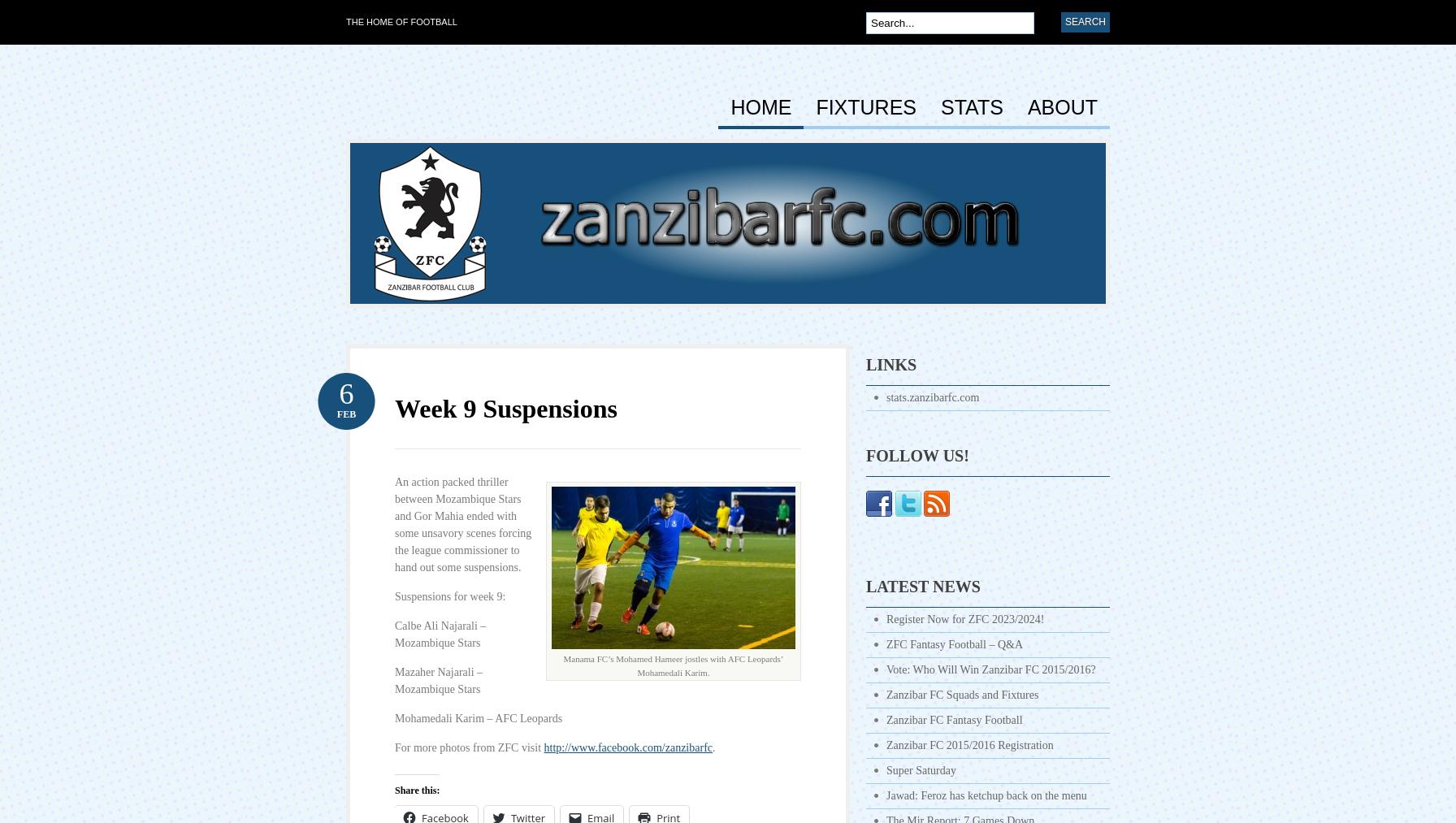  I want to click on 'Share this:', so click(417, 790).